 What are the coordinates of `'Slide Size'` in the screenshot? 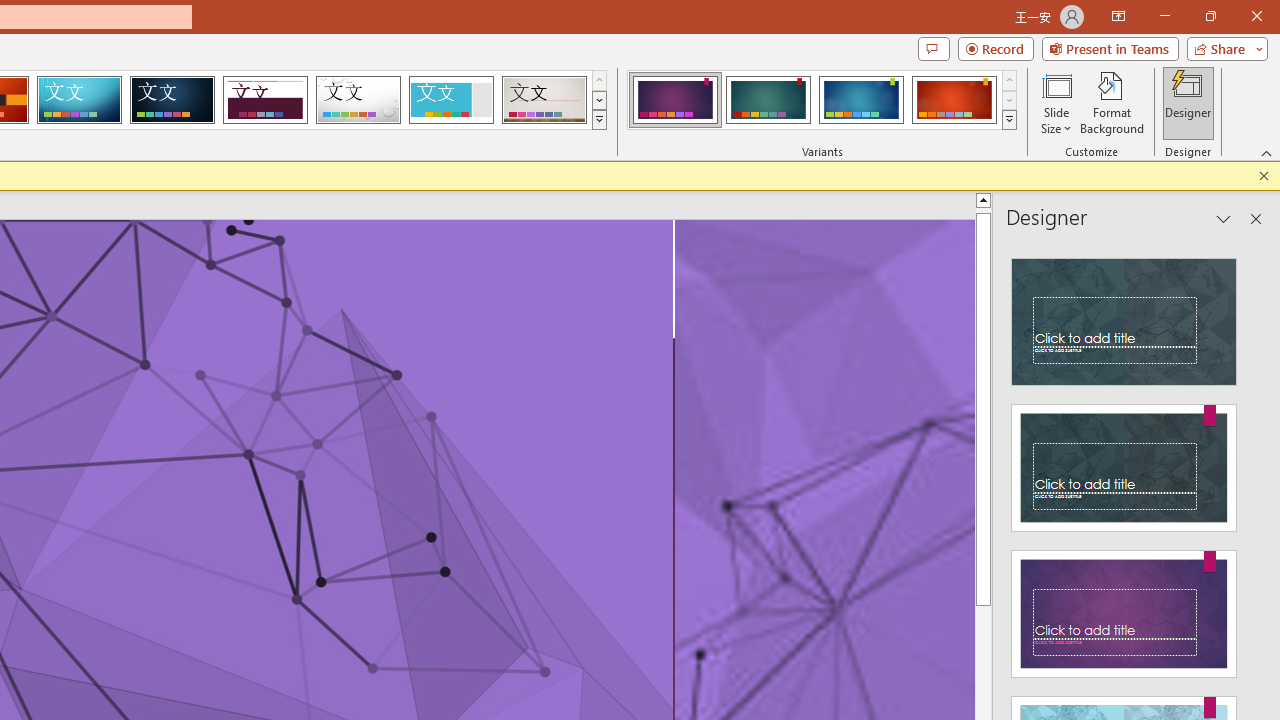 It's located at (1055, 103).